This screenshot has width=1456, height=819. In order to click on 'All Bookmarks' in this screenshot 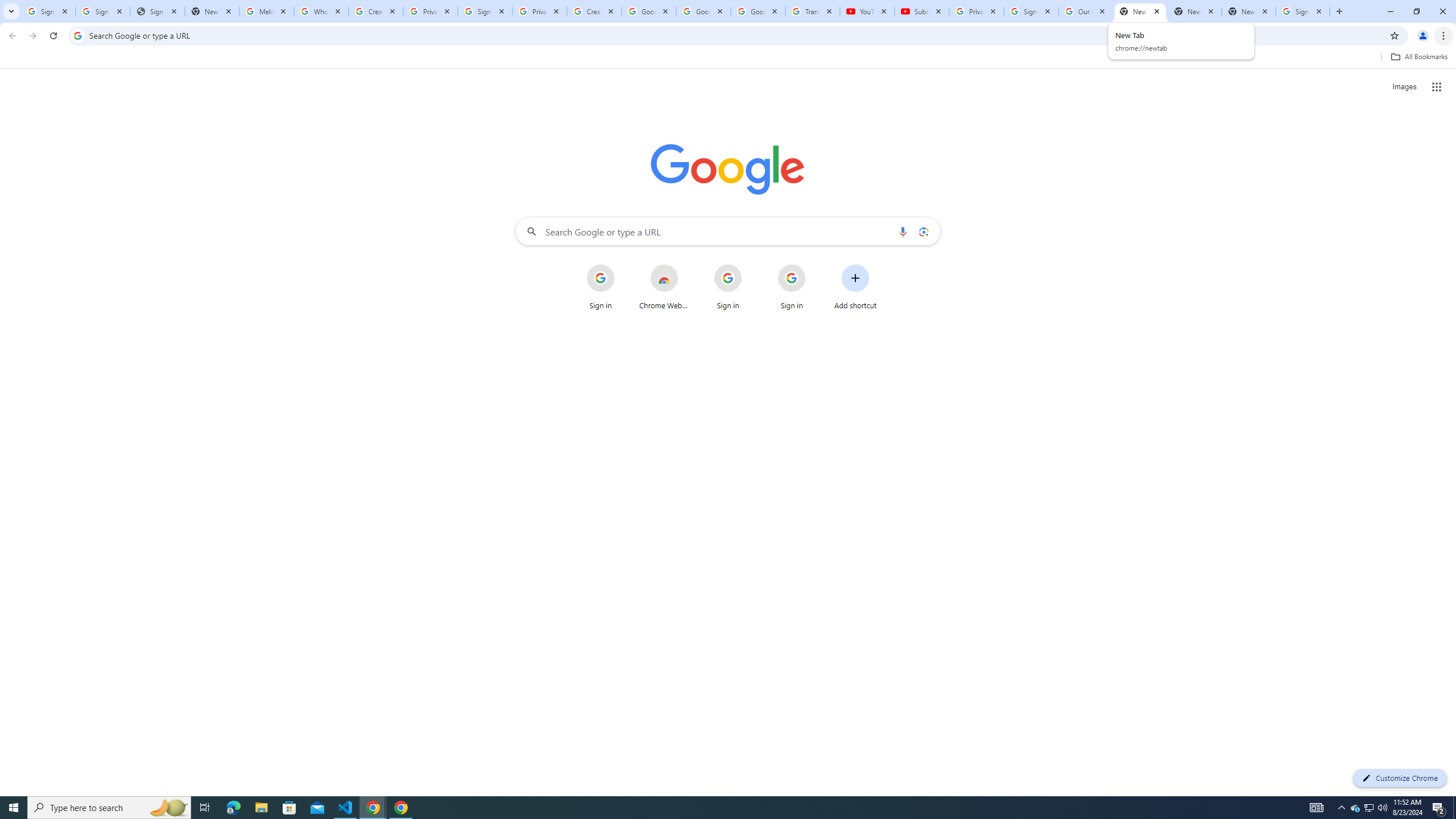, I will do `click(1418, 56)`.